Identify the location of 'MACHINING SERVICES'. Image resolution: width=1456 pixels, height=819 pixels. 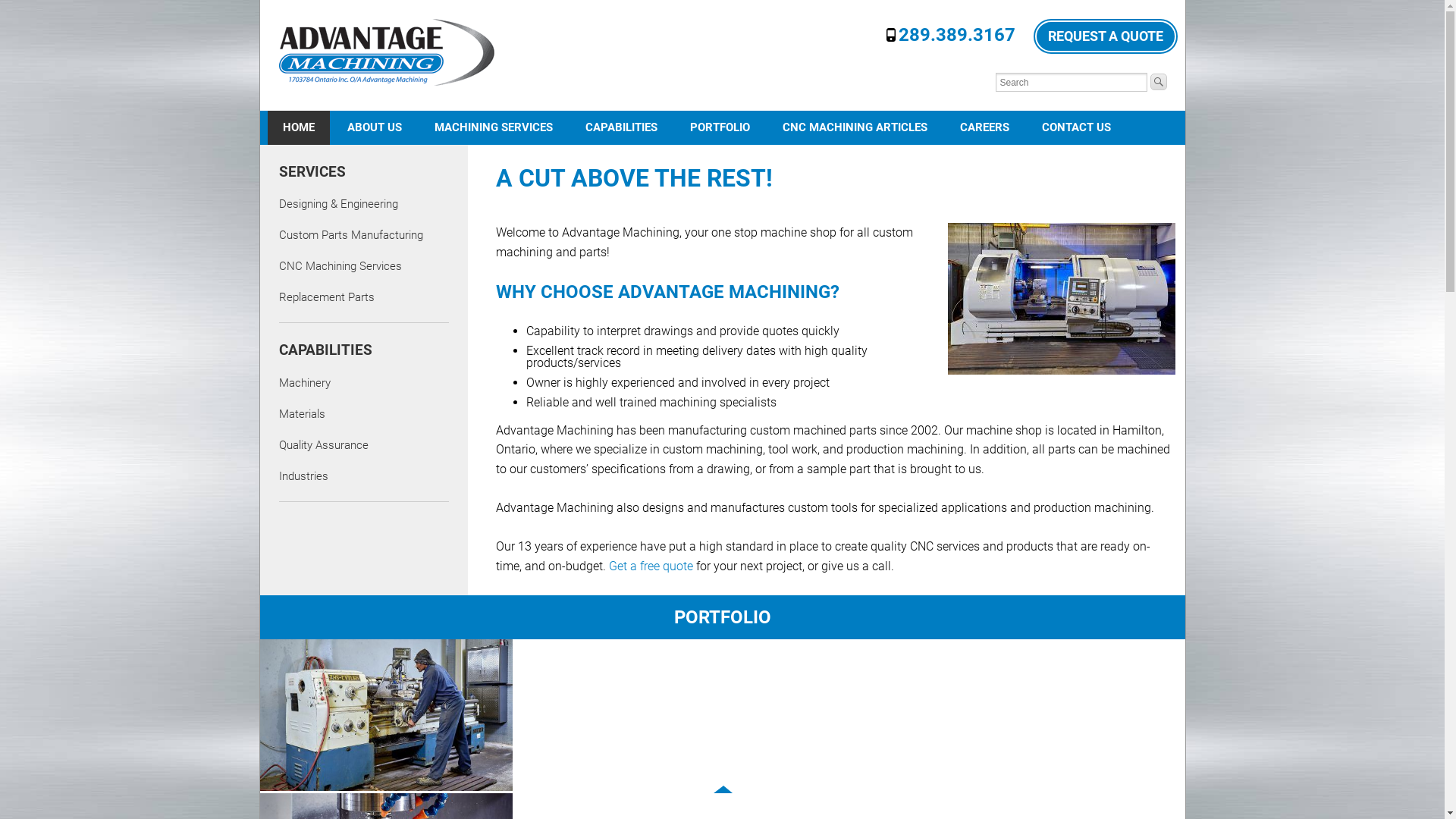
(492, 127).